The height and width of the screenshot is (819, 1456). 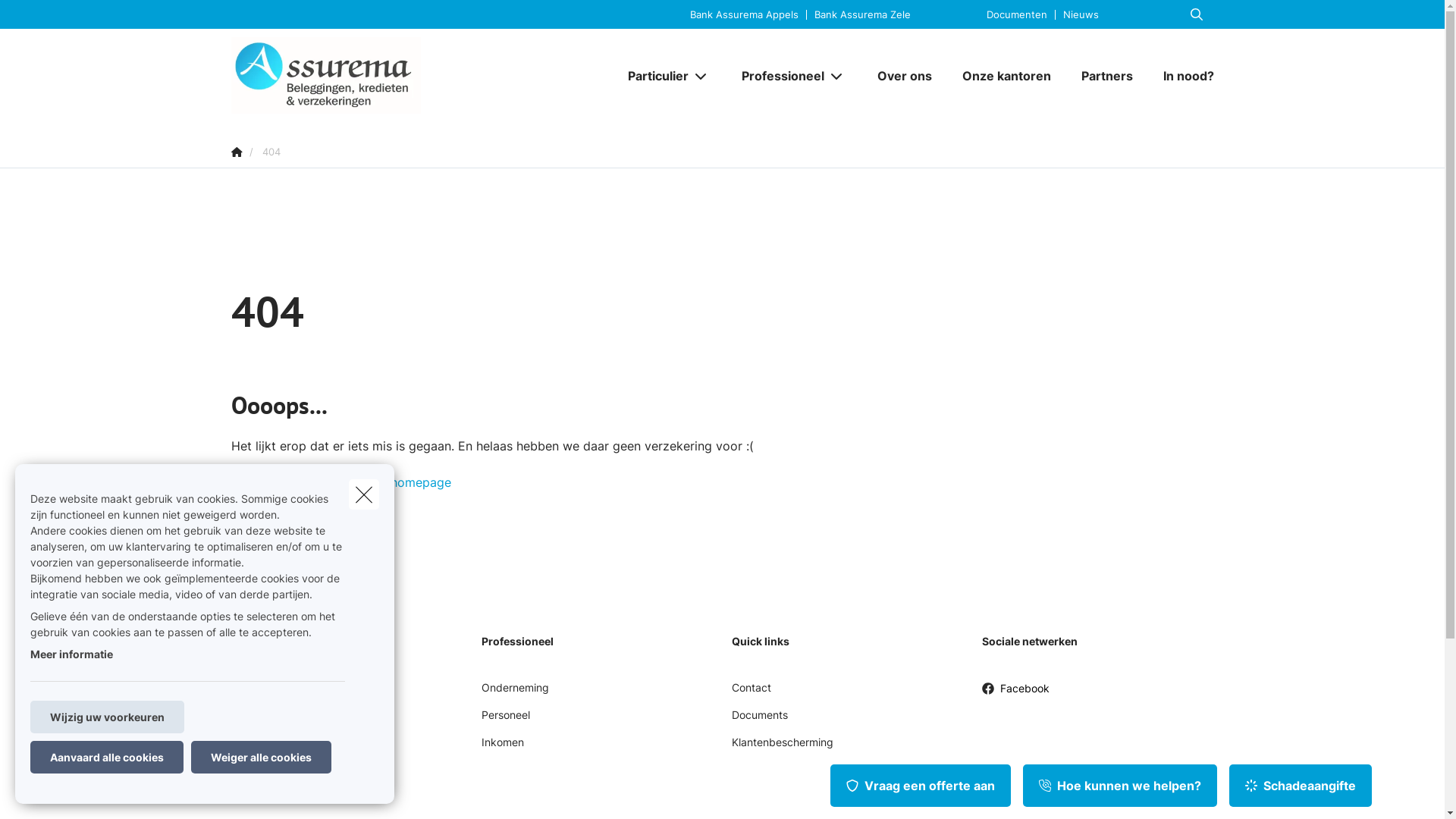 What do you see at coordinates (903, 76) in the screenshot?
I see `'Over ons'` at bounding box center [903, 76].